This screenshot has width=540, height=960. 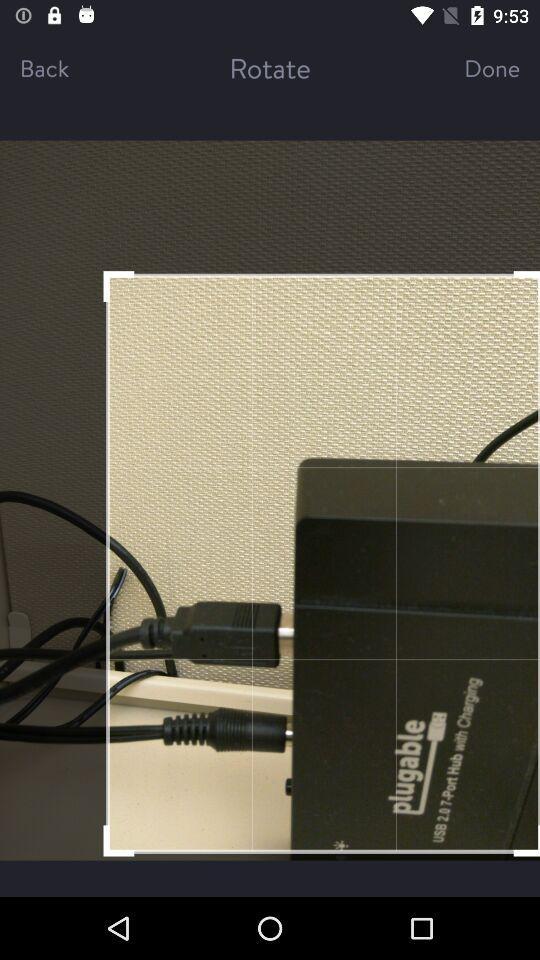 What do you see at coordinates (473, 67) in the screenshot?
I see `the icon next to the rotate` at bounding box center [473, 67].